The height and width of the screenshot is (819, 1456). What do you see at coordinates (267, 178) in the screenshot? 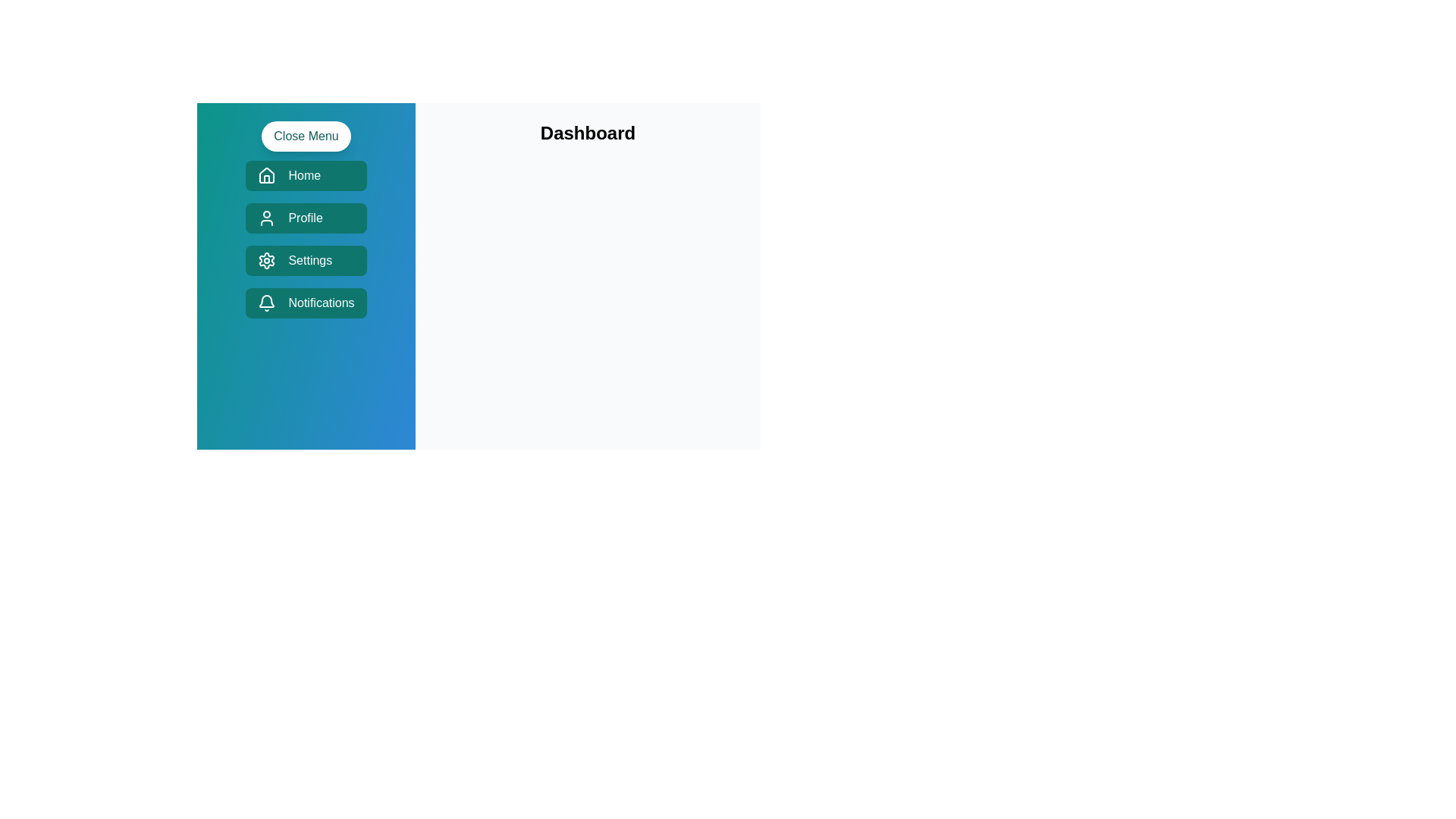
I see `the rectangle shape at the base of the house icon, which is part of the 'Home' menu item in the vertical sidebar` at bounding box center [267, 178].